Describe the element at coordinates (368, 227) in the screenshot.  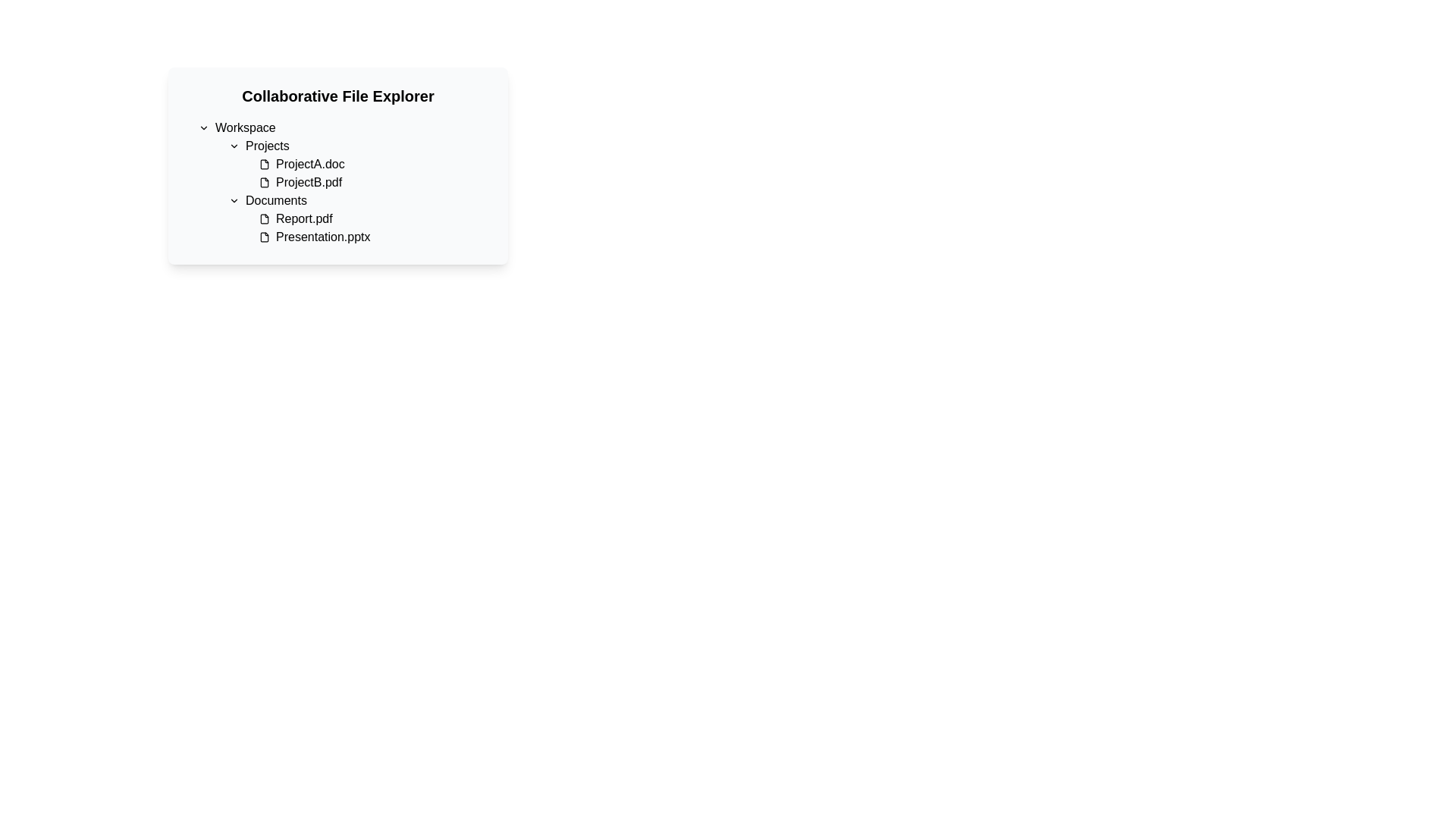
I see `the list item containing 'Report.pdf' and 'Presentation.pptx' under the 'Documents' header in the file explorer interface` at that location.